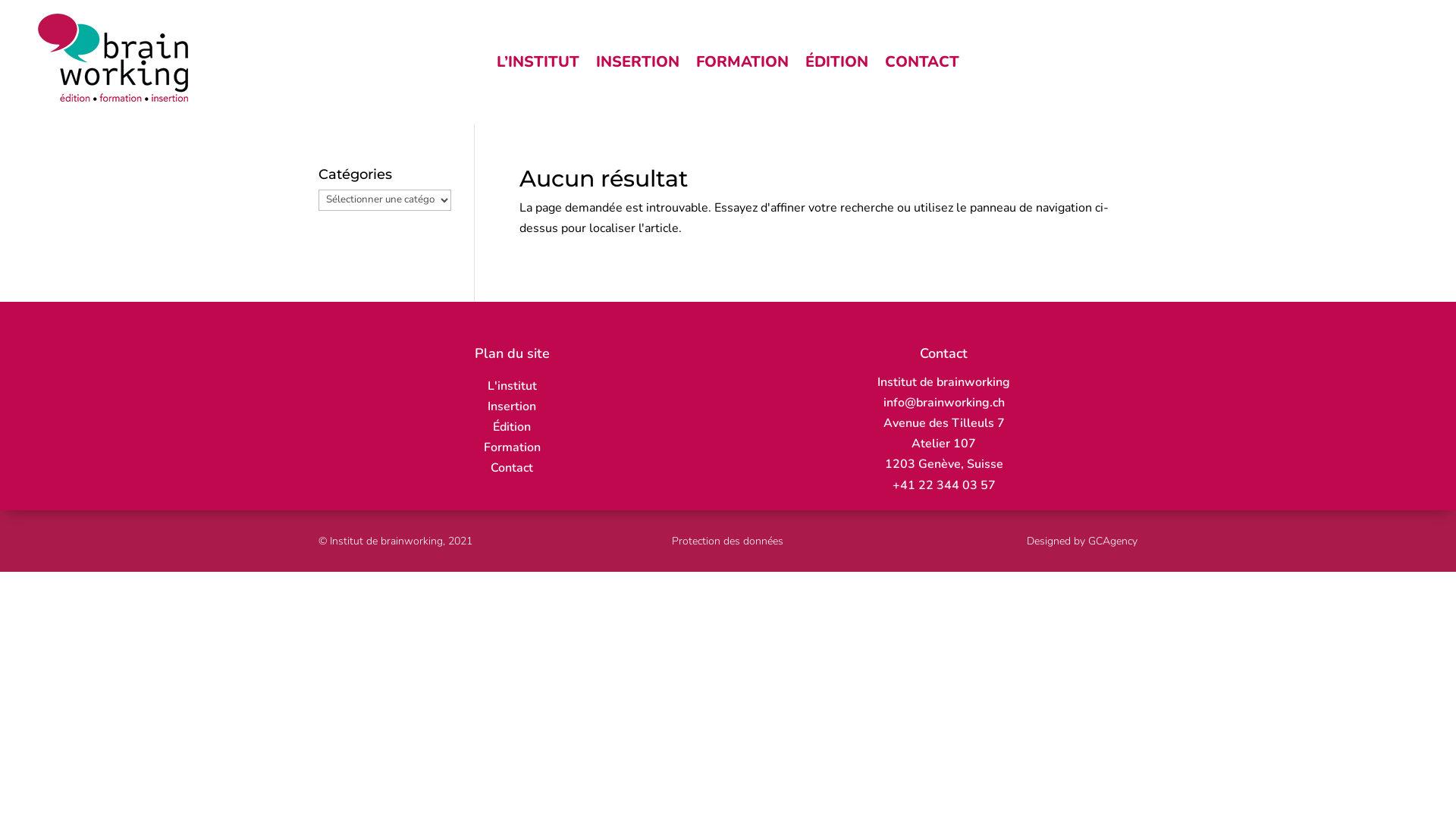 Image resolution: width=1456 pixels, height=819 pixels. Describe the element at coordinates (512, 406) in the screenshot. I see `'Insertion'` at that location.